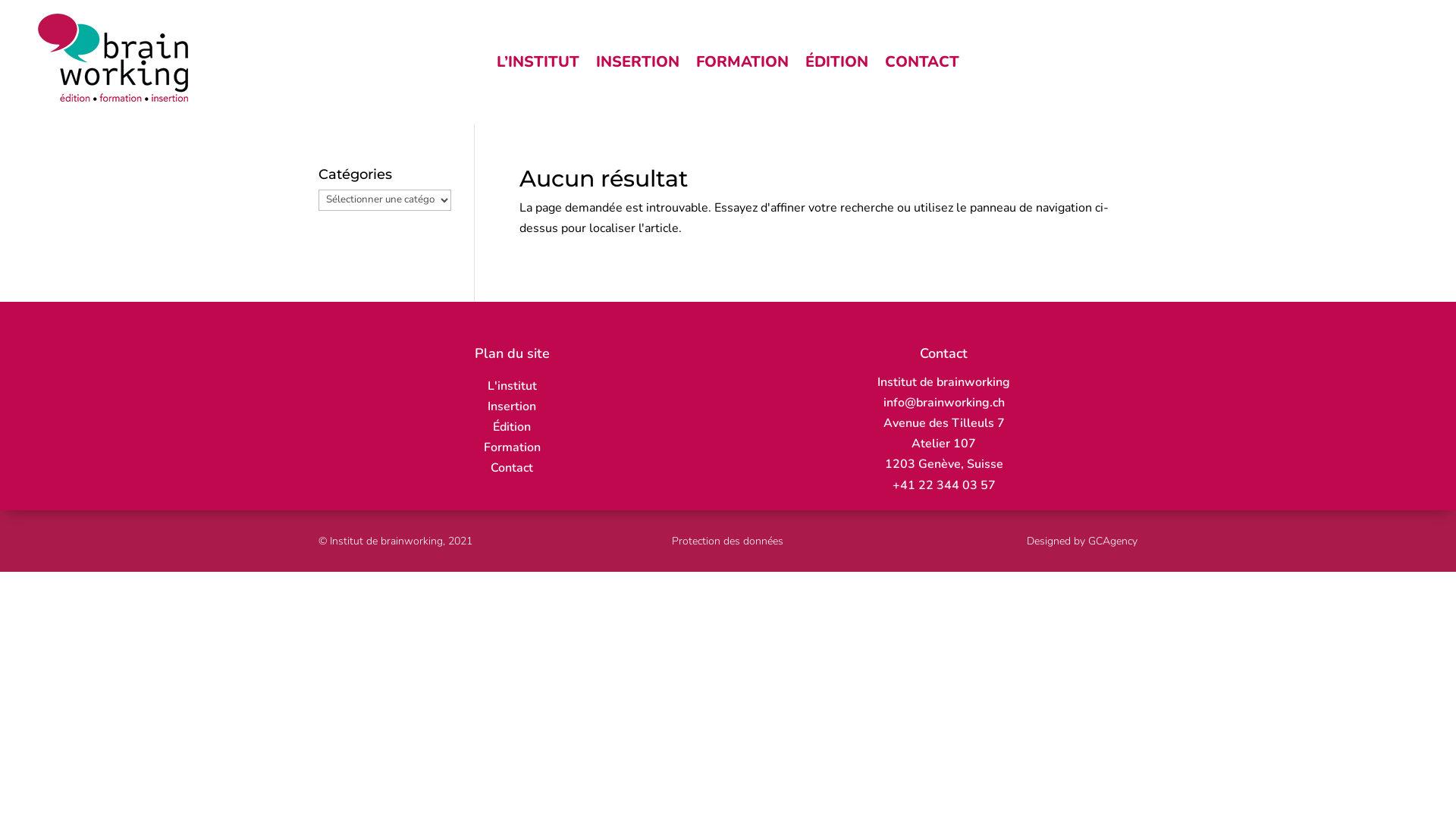 Image resolution: width=1456 pixels, height=819 pixels. Describe the element at coordinates (512, 406) in the screenshot. I see `'Insertion'` at that location.